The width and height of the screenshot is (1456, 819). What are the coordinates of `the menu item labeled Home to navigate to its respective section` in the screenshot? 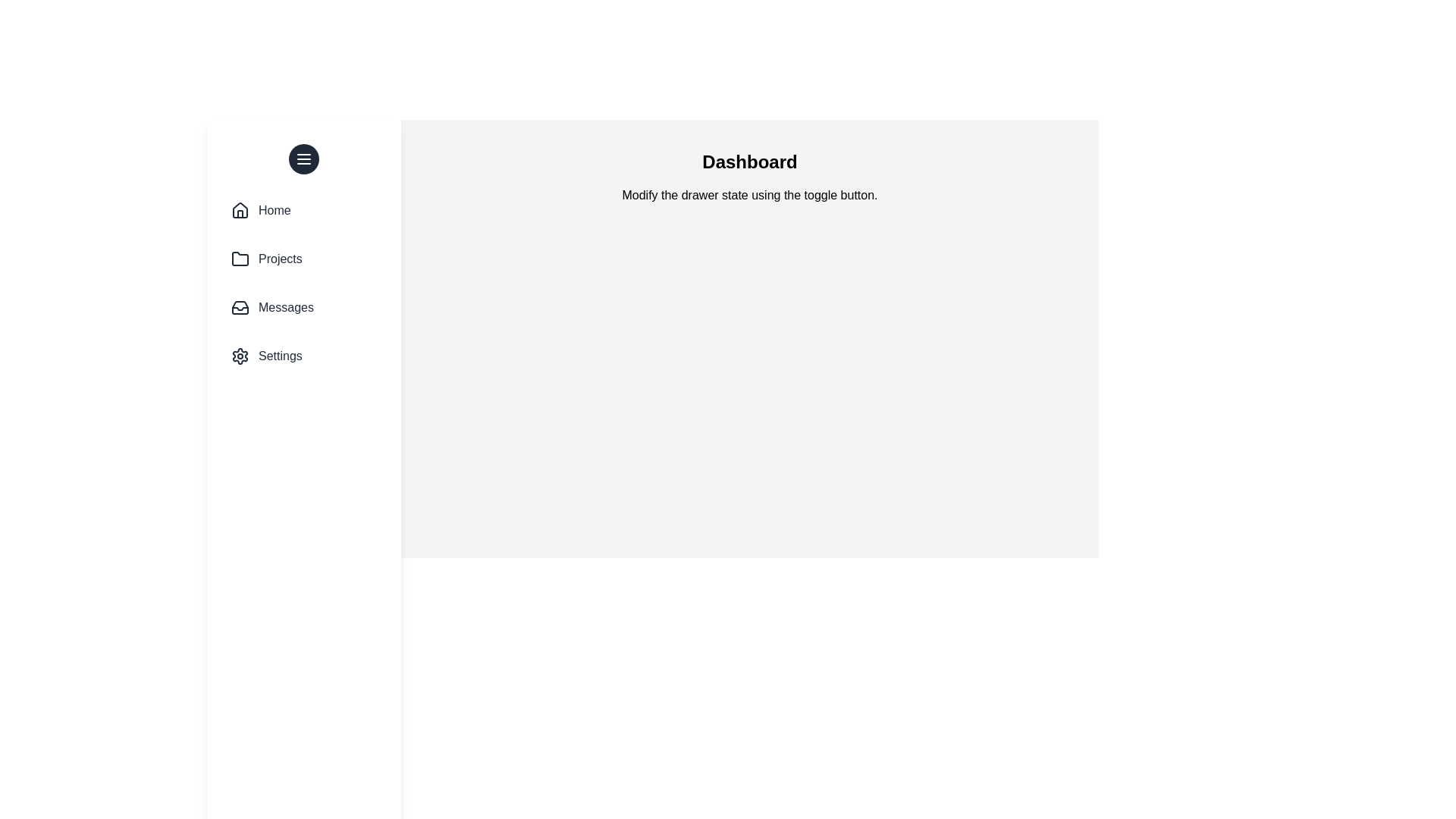 It's located at (303, 210).